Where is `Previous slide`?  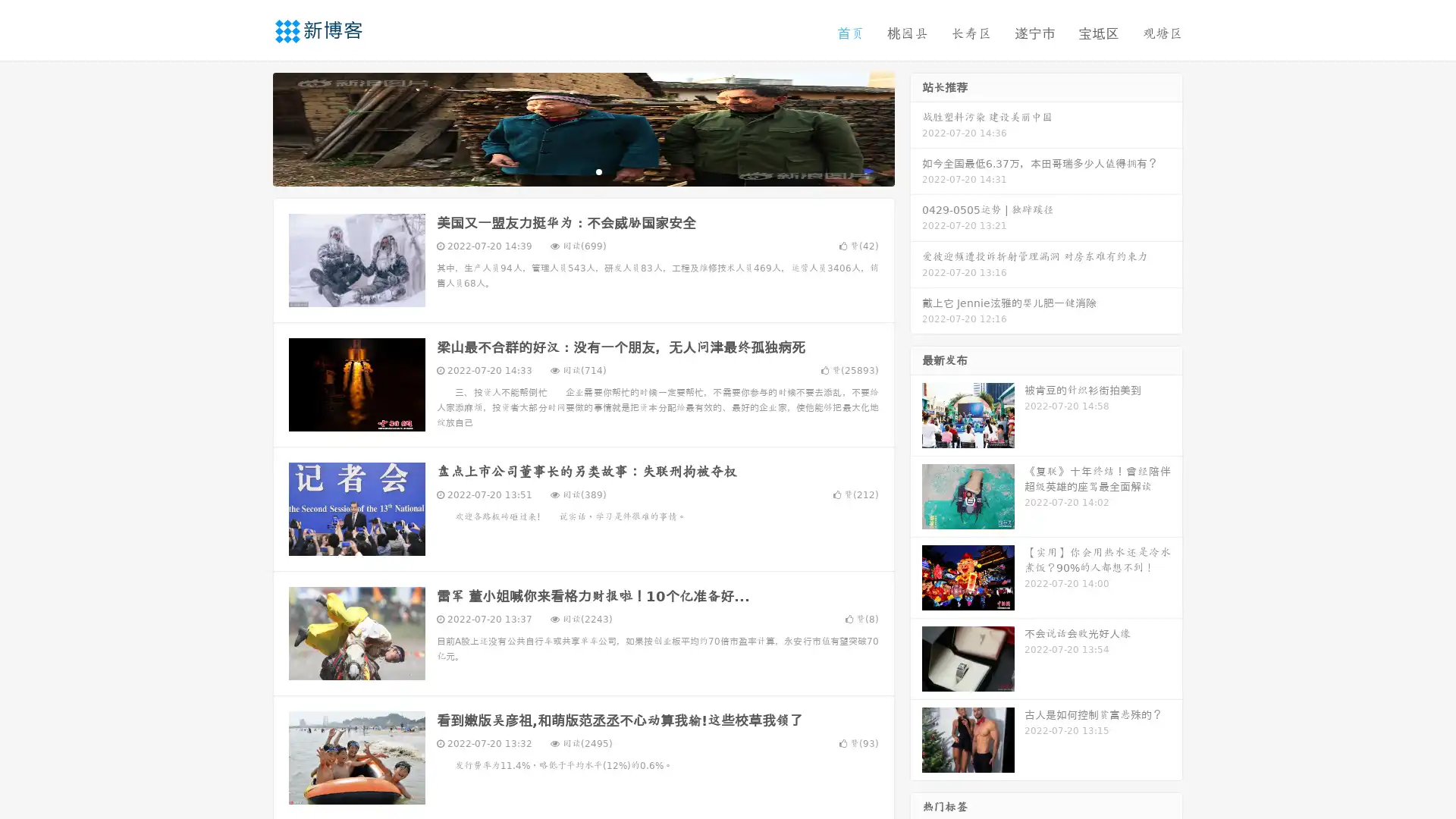 Previous slide is located at coordinates (250, 127).